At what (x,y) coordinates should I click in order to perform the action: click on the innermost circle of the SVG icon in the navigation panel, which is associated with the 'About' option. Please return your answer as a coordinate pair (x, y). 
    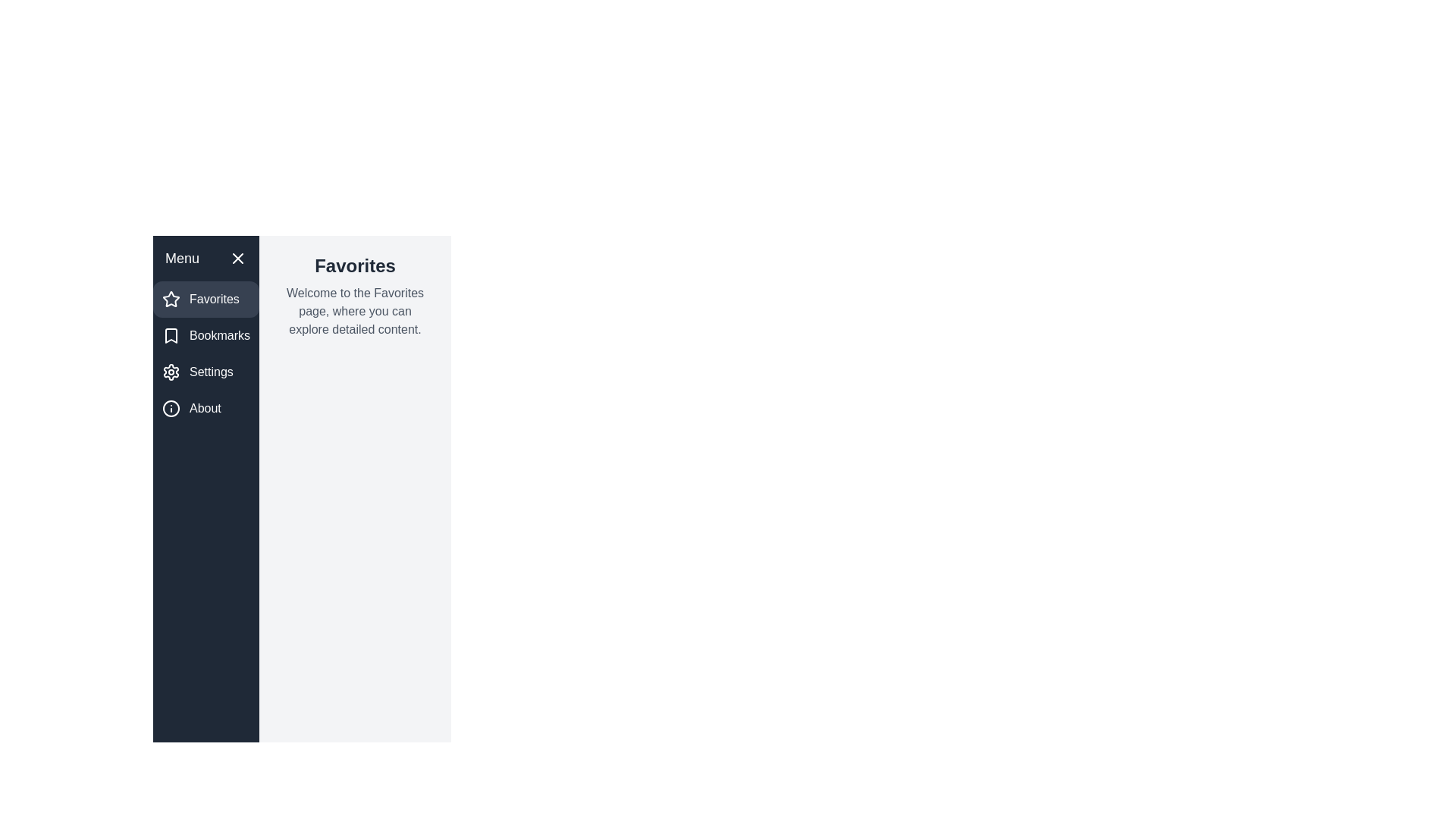
    Looking at the image, I should click on (171, 408).